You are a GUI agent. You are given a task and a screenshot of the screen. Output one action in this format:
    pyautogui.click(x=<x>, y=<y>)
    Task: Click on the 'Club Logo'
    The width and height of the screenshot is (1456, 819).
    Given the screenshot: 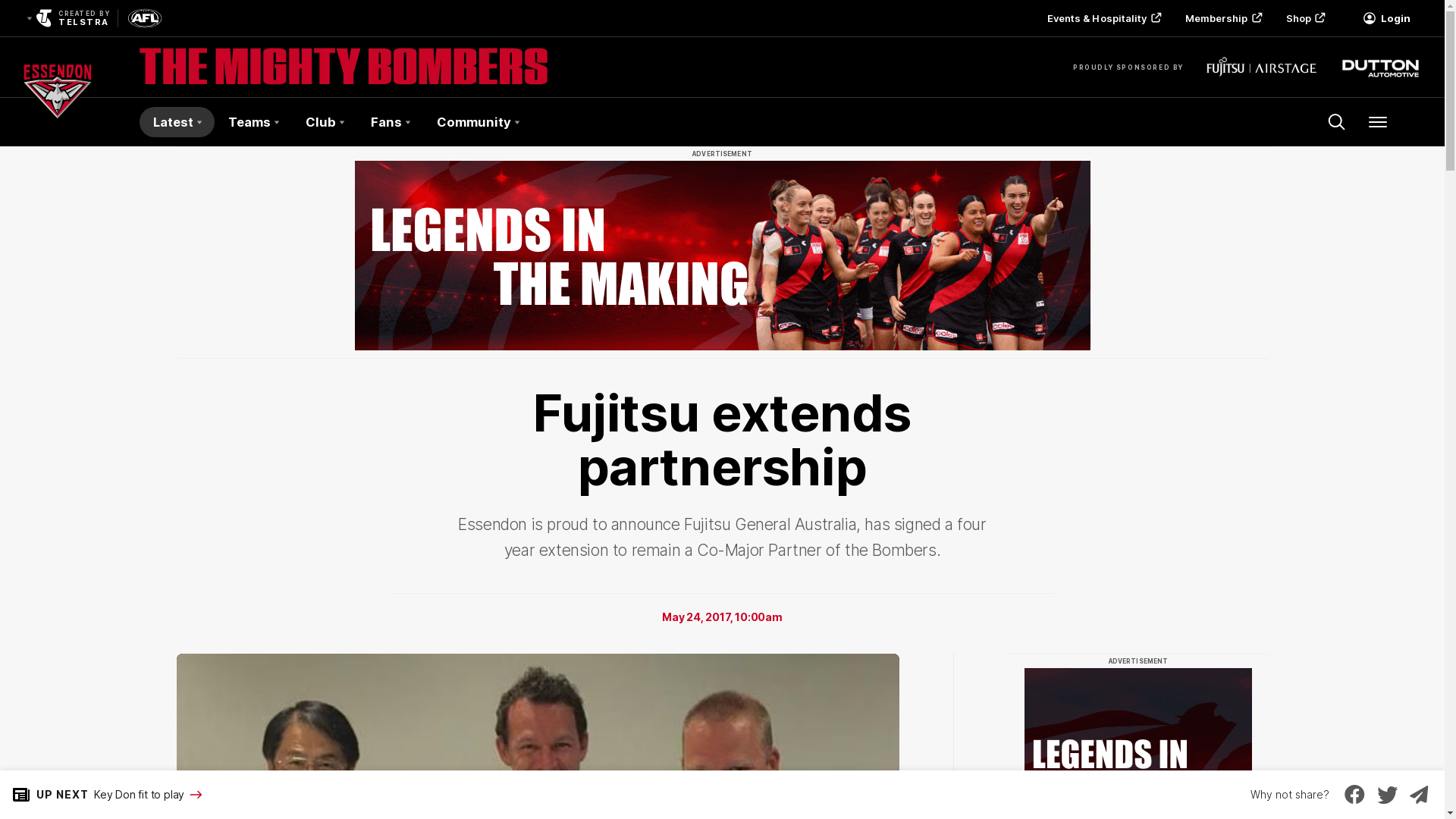 What is the action you would take?
    pyautogui.click(x=58, y=121)
    